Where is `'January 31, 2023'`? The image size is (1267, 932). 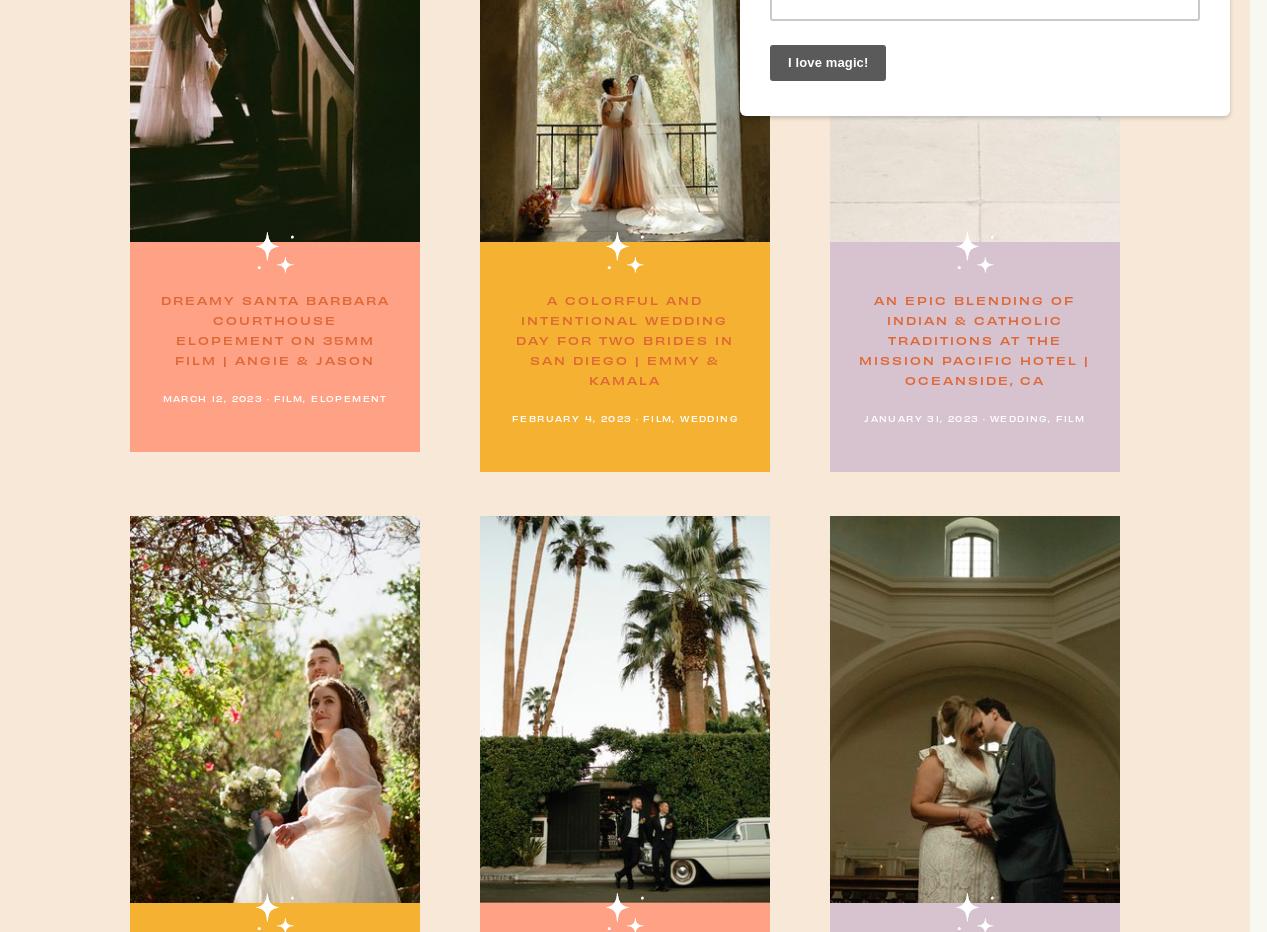 'January 31, 2023' is located at coordinates (920, 417).